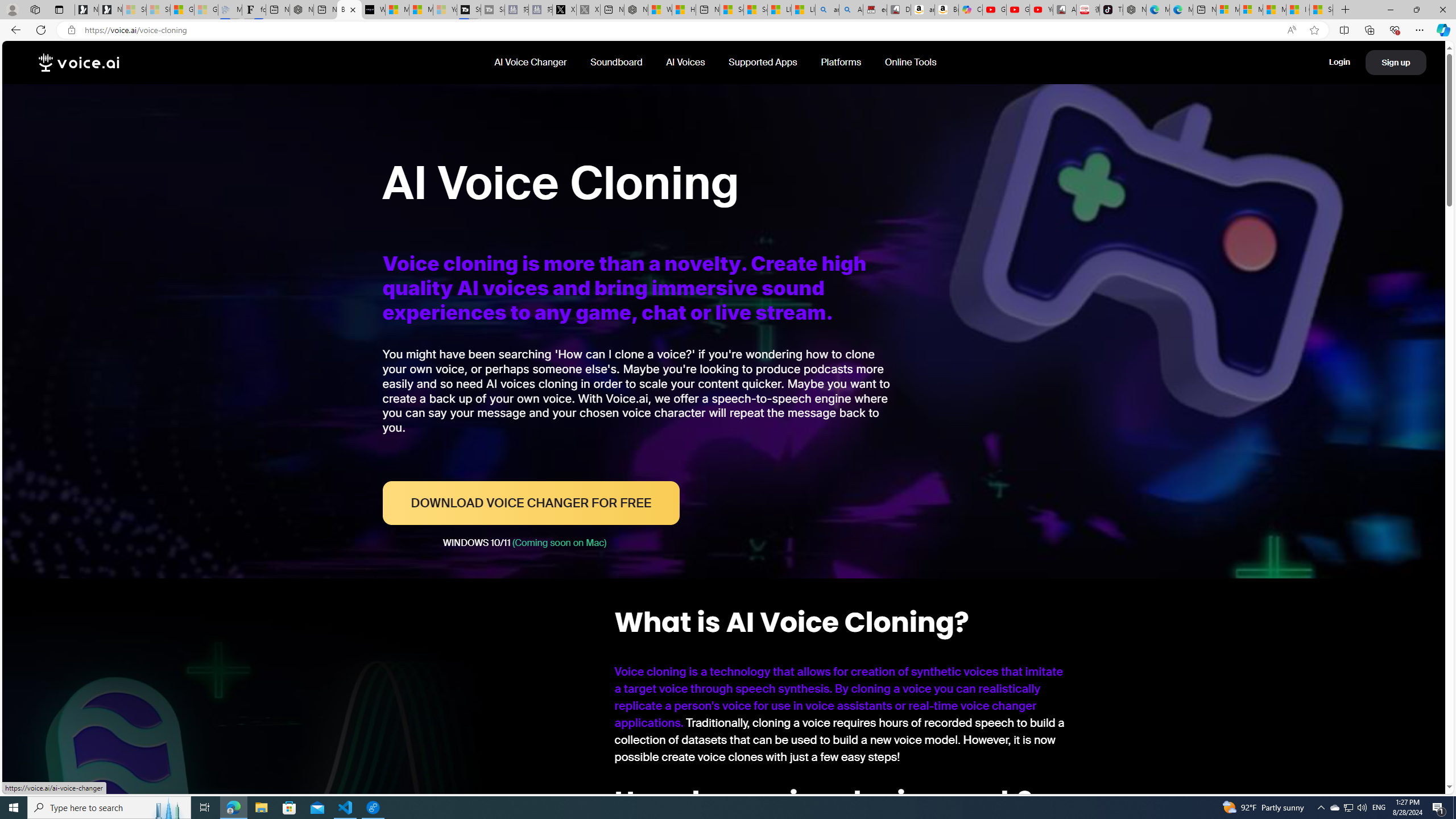  I want to click on 'Huge shark washes ashore at New York City beach | Watch', so click(682, 9).